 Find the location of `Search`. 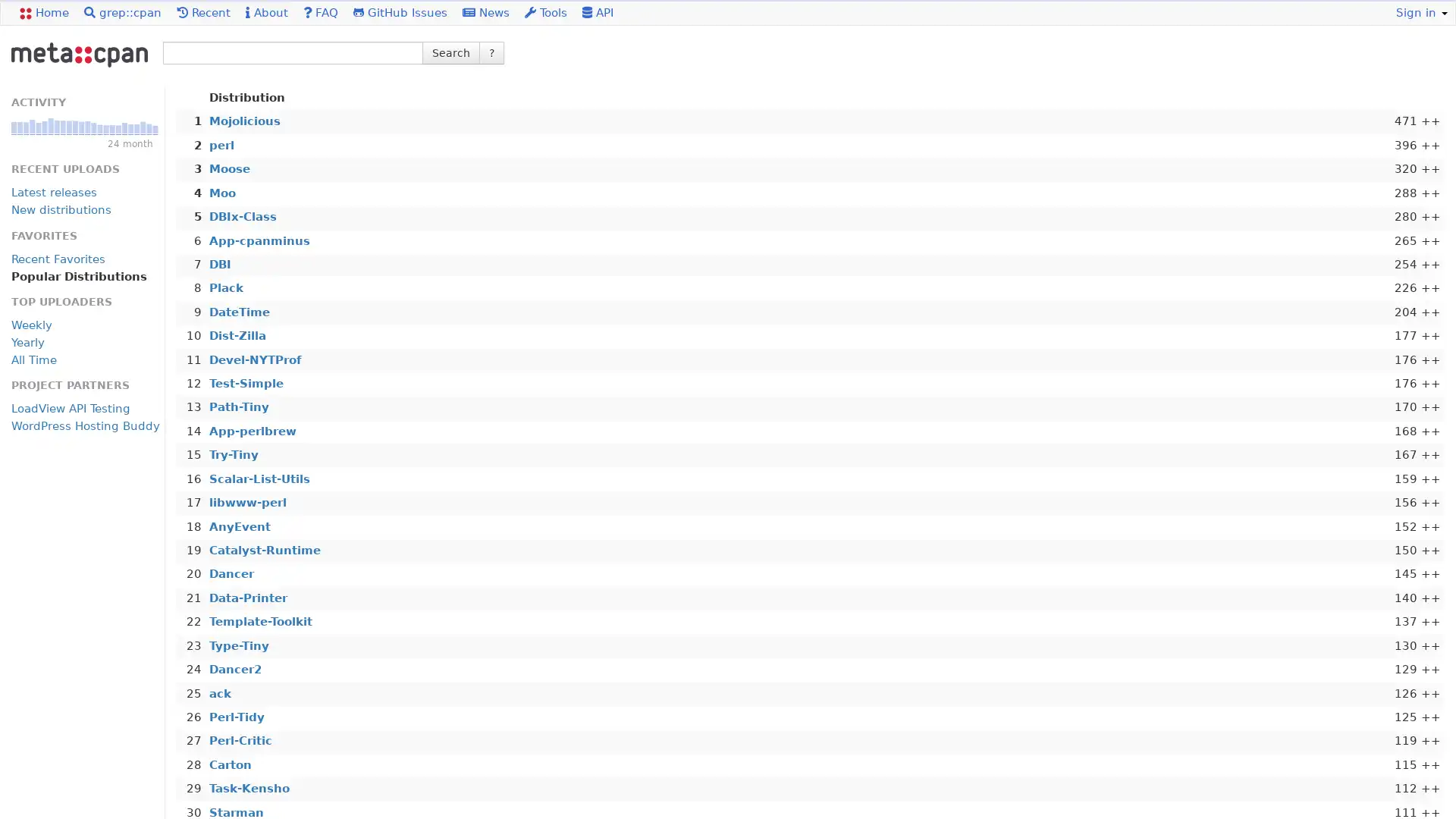

Search is located at coordinates (450, 52).